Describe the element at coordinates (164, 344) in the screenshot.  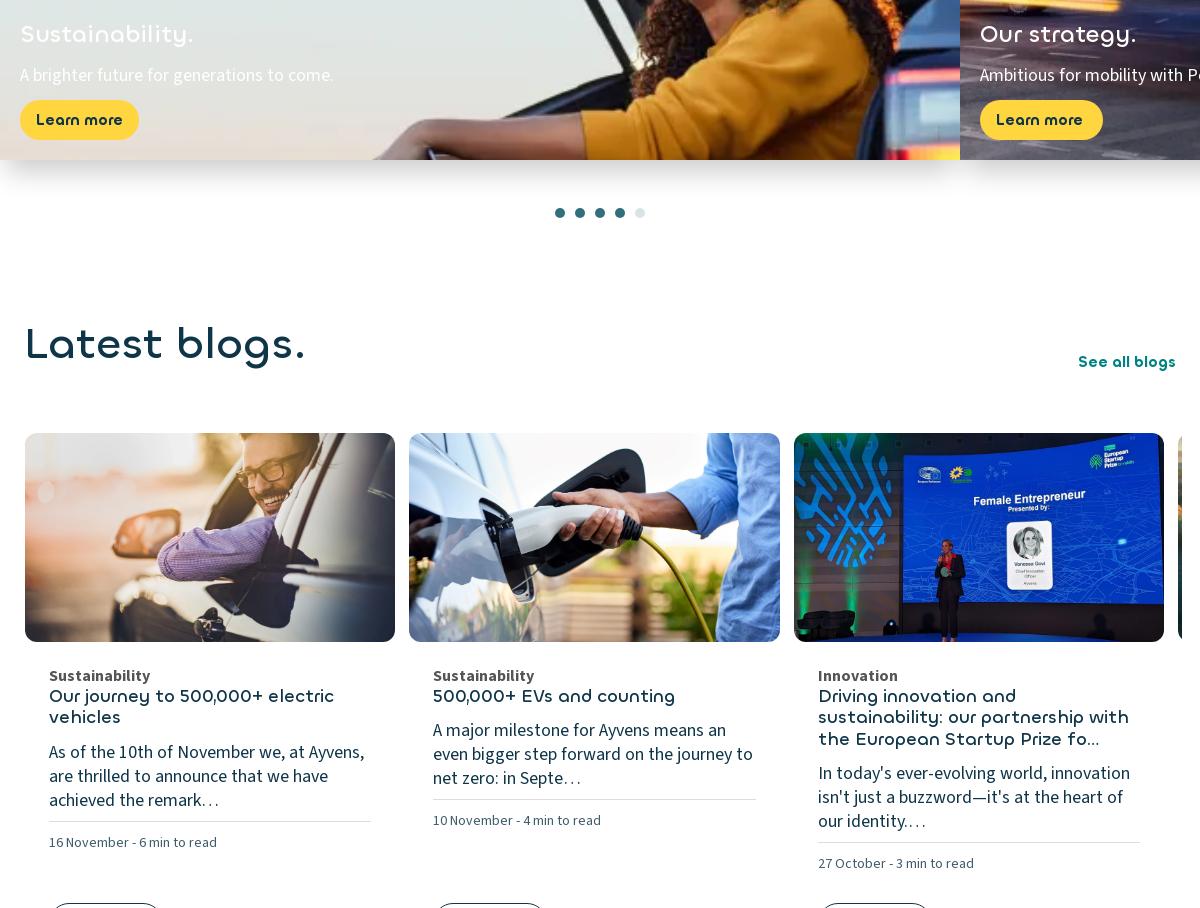
I see `'Latest blogs.'` at that location.